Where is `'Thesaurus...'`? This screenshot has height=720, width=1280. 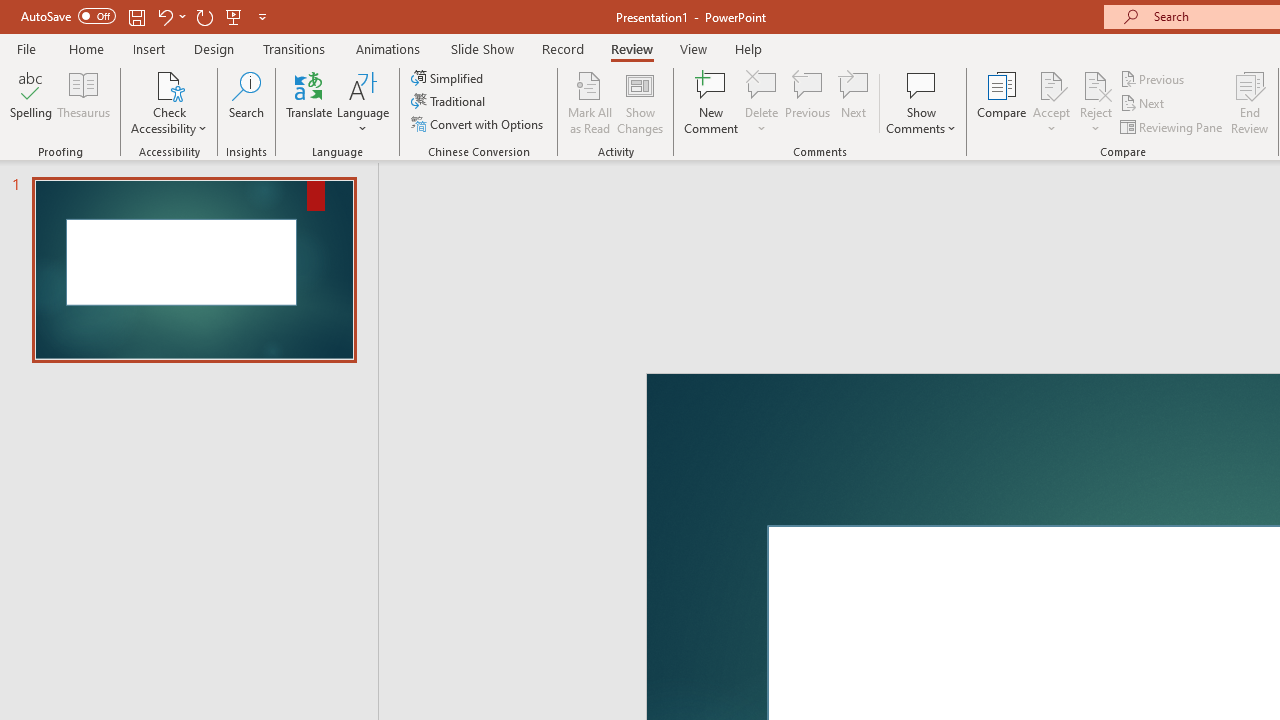 'Thesaurus...' is located at coordinates (82, 103).